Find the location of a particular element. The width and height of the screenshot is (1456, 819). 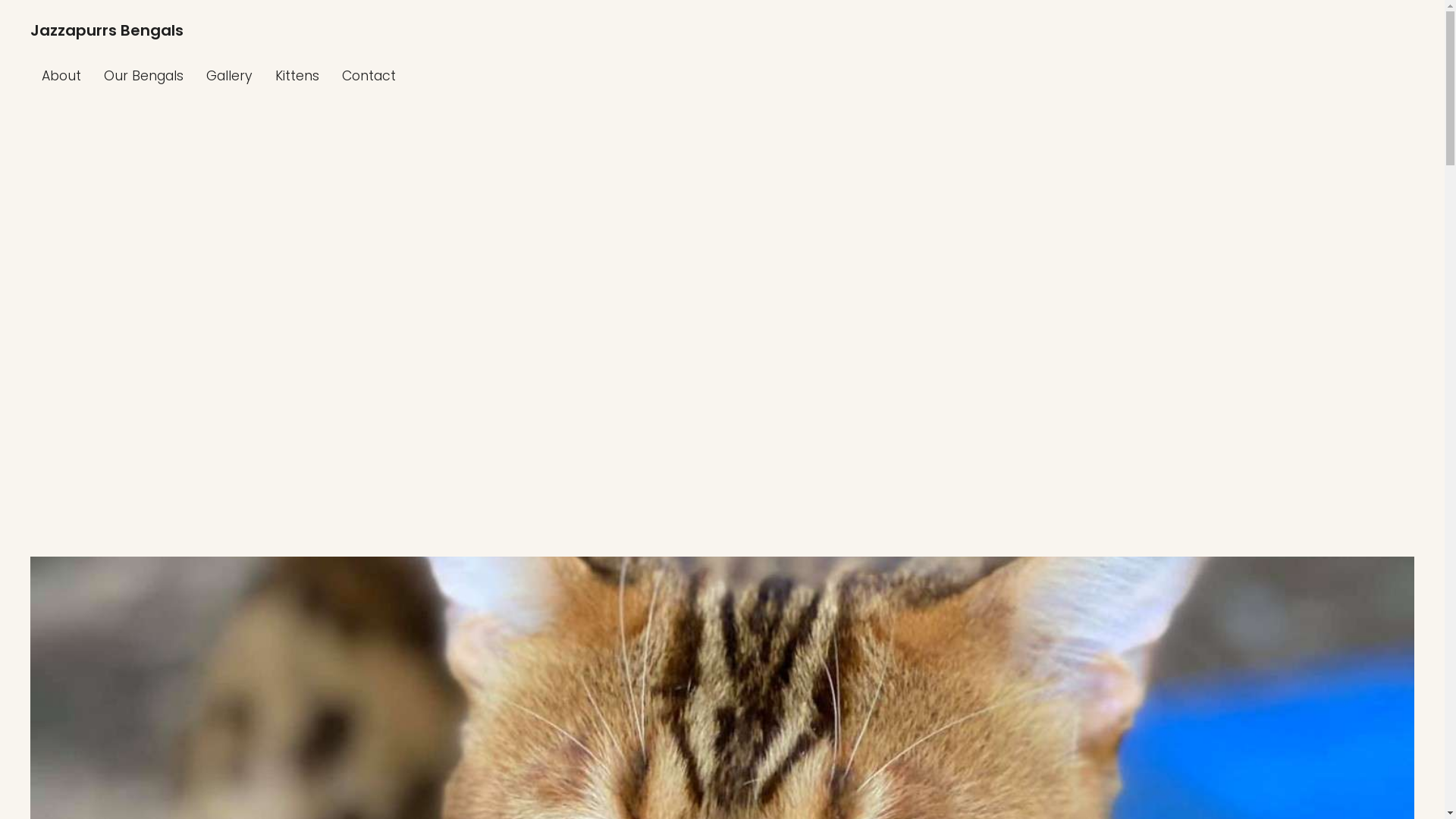

'Contact' is located at coordinates (369, 76).